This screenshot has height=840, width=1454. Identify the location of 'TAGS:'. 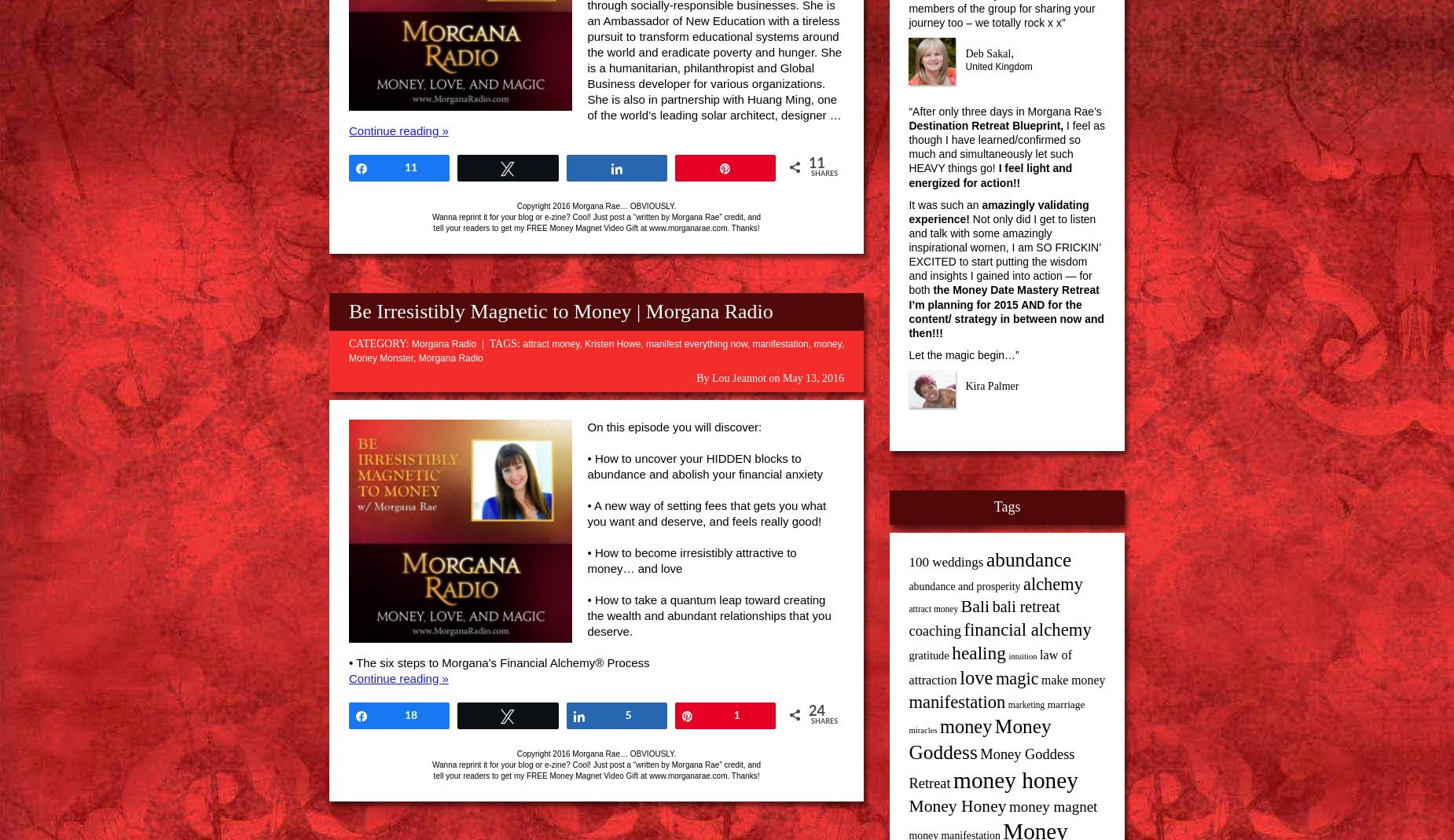
(488, 343).